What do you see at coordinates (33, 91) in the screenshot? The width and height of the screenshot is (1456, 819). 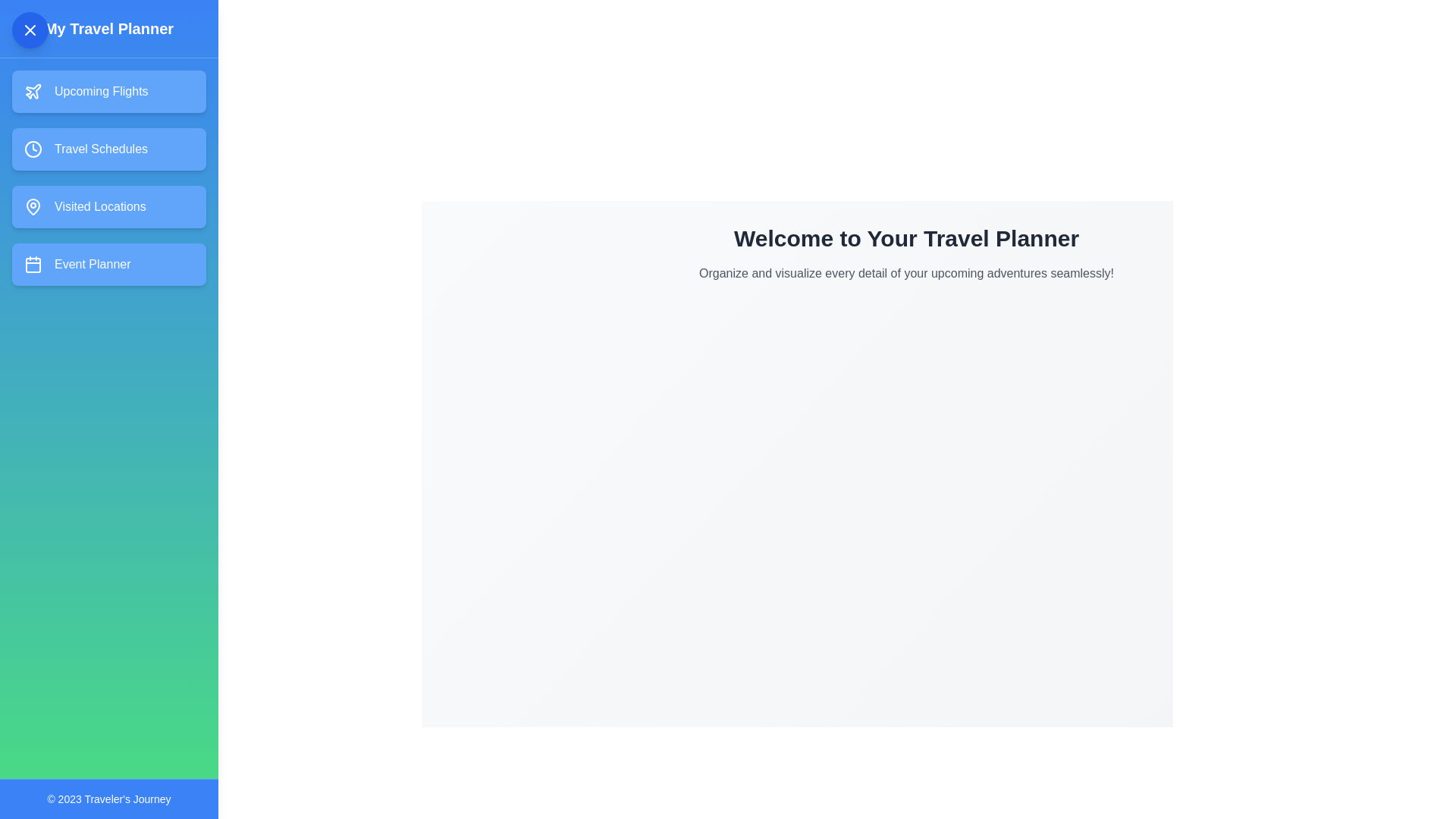 I see `the decorative icon representing the 'Upcoming Flights' menu option located in the sidebar, which precedes the text label and is positioned above other menu items` at bounding box center [33, 91].